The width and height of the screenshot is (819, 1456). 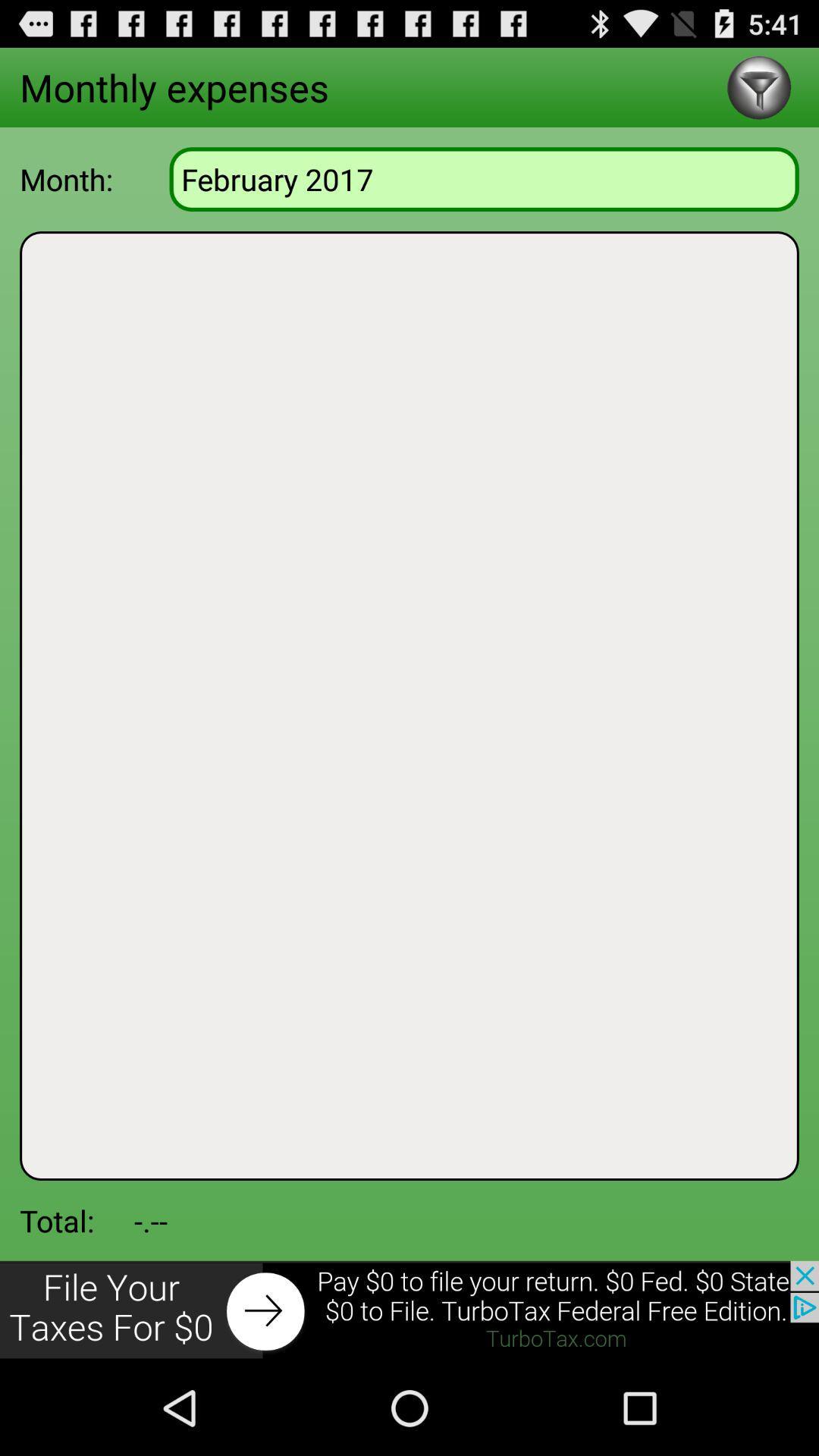 I want to click on advertisement, so click(x=409, y=1310).